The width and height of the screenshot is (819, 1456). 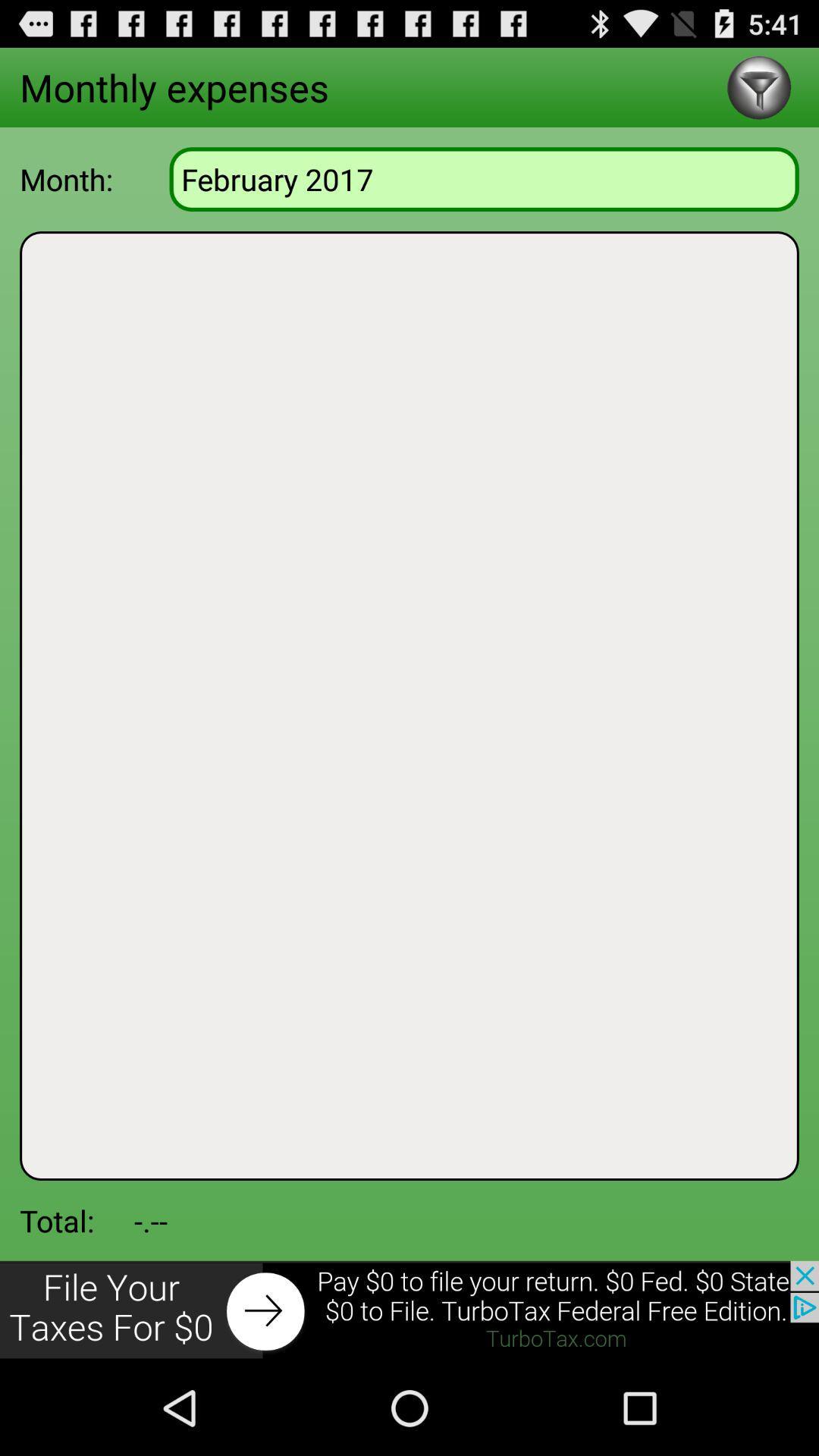 I want to click on advertisement, so click(x=409, y=1310).